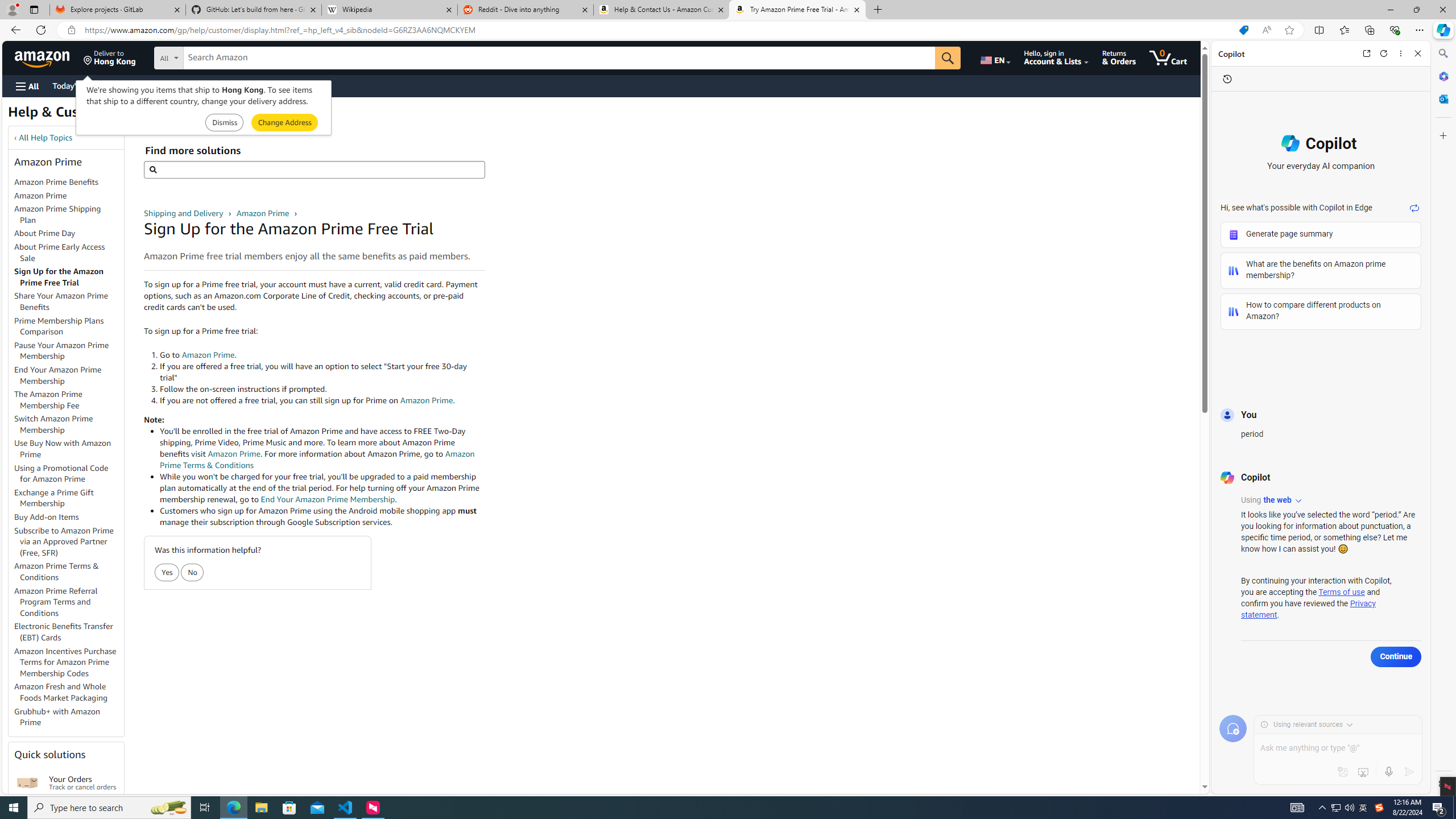 The height and width of the screenshot is (819, 1456). Describe the element at coordinates (69, 215) in the screenshot. I see `'Amazon Prime Shipping Plan'` at that location.